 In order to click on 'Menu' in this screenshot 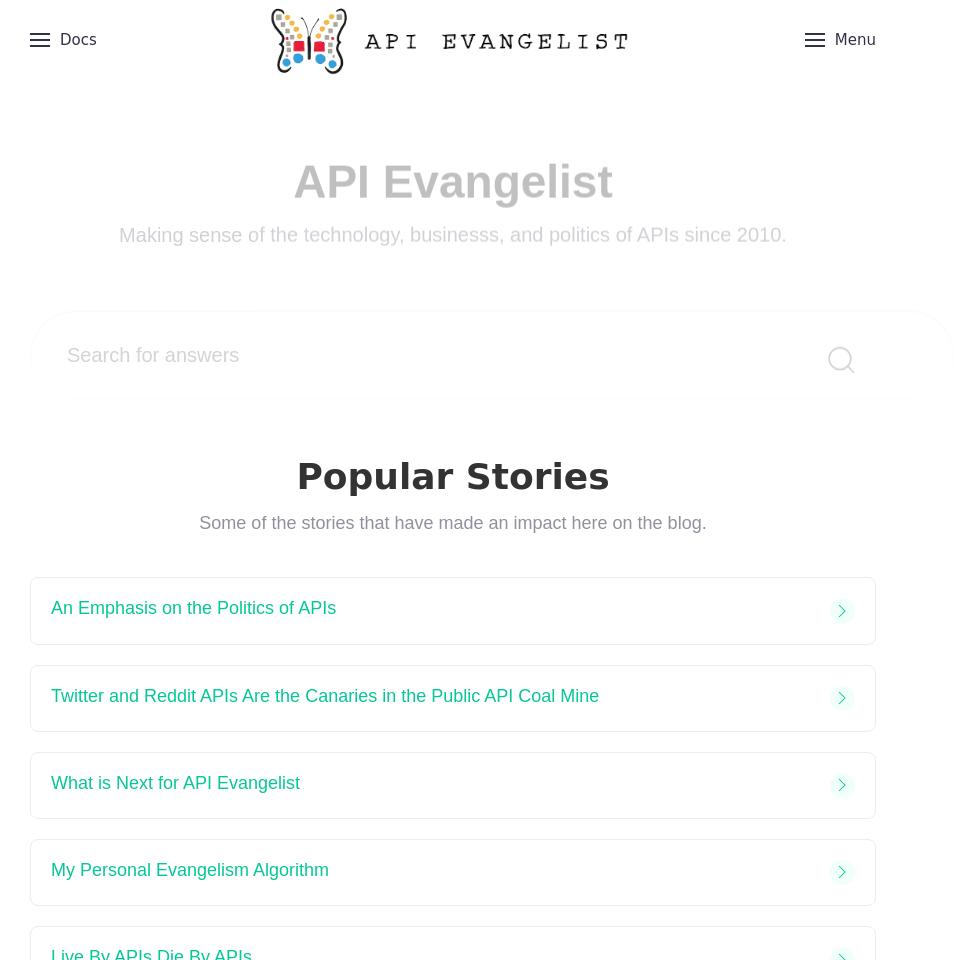, I will do `click(854, 39)`.